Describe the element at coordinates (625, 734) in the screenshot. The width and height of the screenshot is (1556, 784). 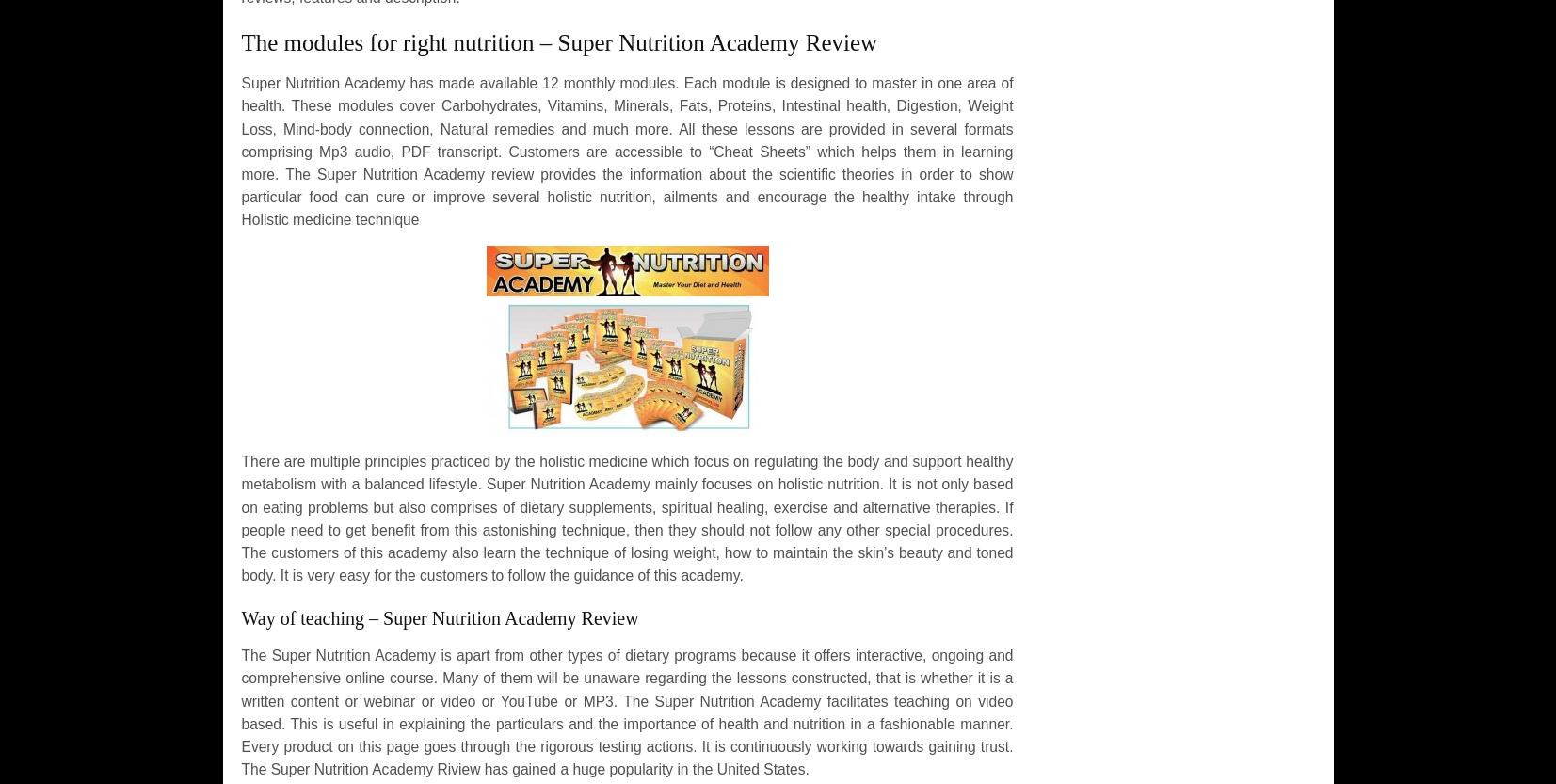
I see `'facilitates teaching on video based. This is useful in explaining the particulars and the importance of health and nutrition in a fashionable manner. Every product on this page goes through the rigorous testing actions. It is continuously working towards gaining trust. The'` at that location.